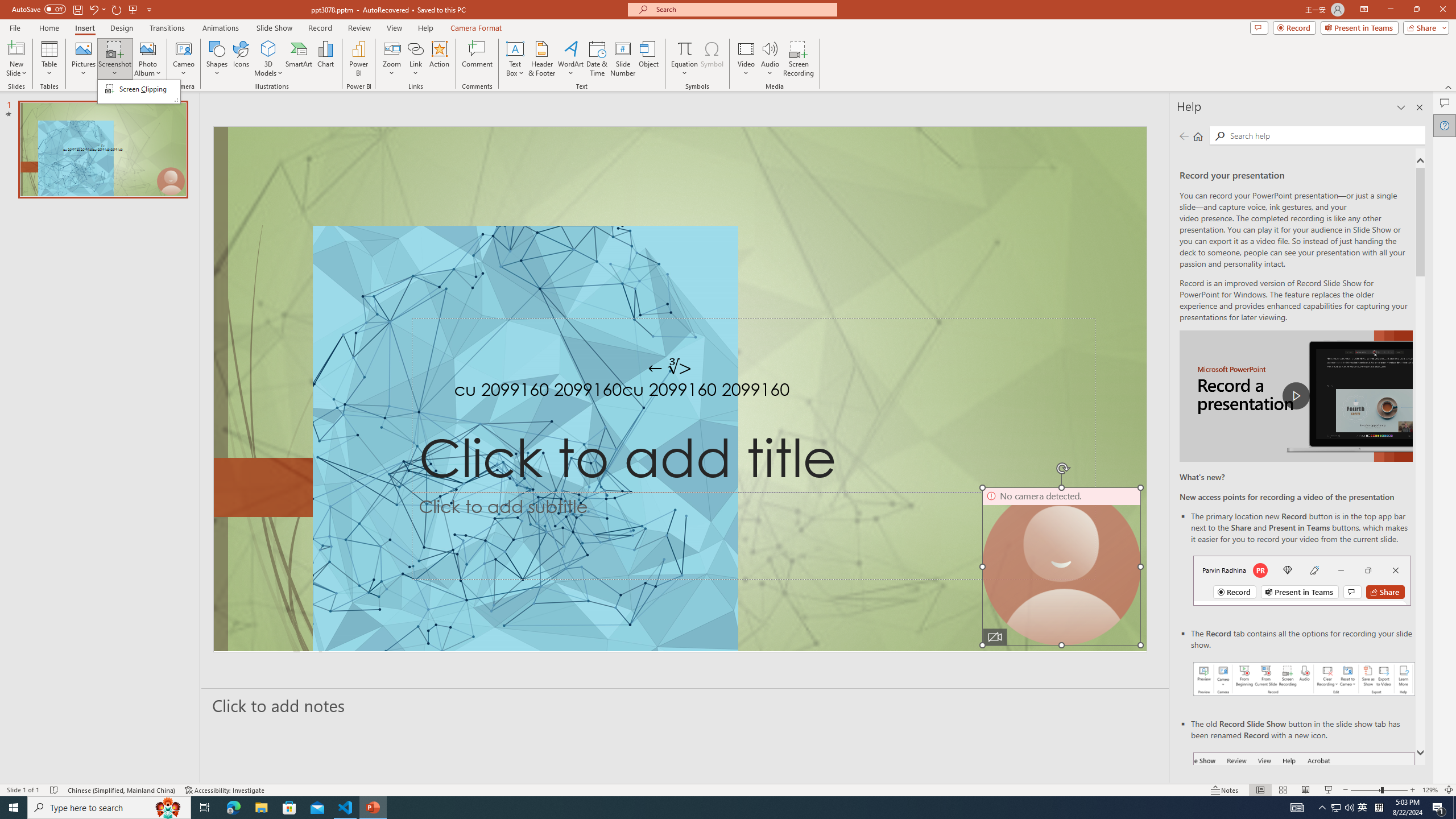  Describe the element at coordinates (139, 91) in the screenshot. I see `'&Screenshot'` at that location.